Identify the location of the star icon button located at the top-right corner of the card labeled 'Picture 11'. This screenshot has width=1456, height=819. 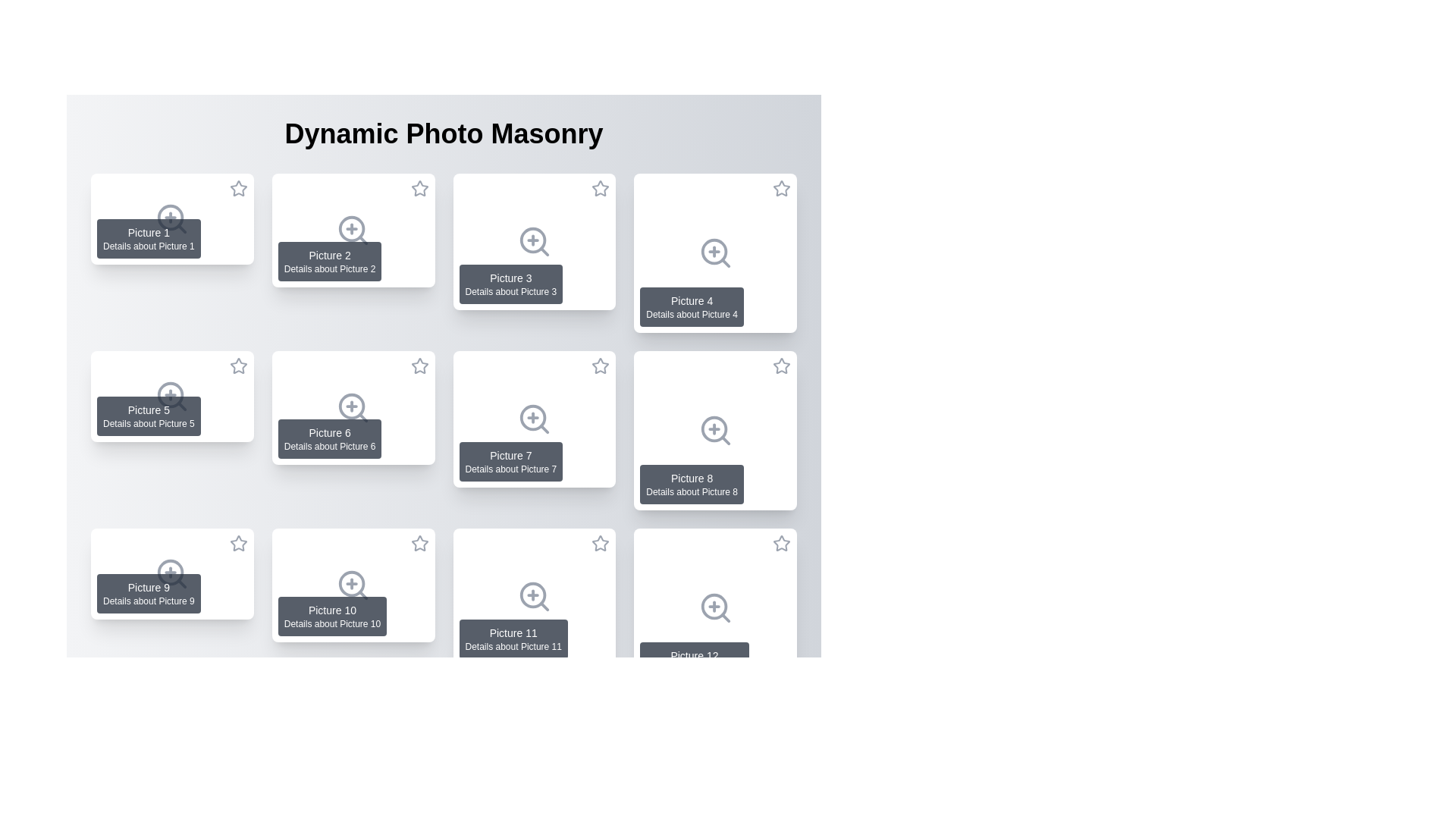
(600, 543).